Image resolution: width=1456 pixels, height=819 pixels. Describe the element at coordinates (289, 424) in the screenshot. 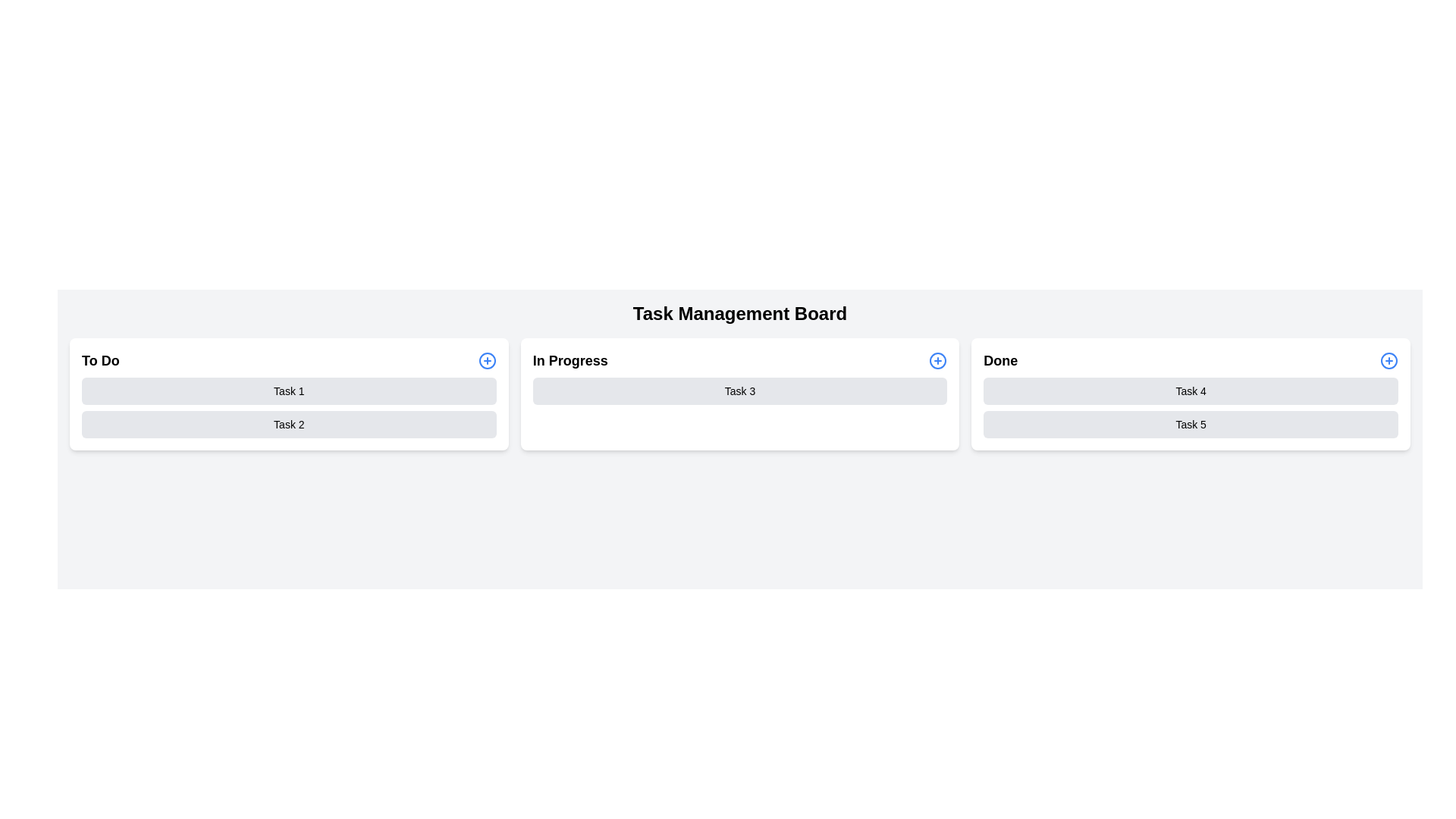

I see `the list item labeled 'Task 2' in the 'To Do' column` at that location.